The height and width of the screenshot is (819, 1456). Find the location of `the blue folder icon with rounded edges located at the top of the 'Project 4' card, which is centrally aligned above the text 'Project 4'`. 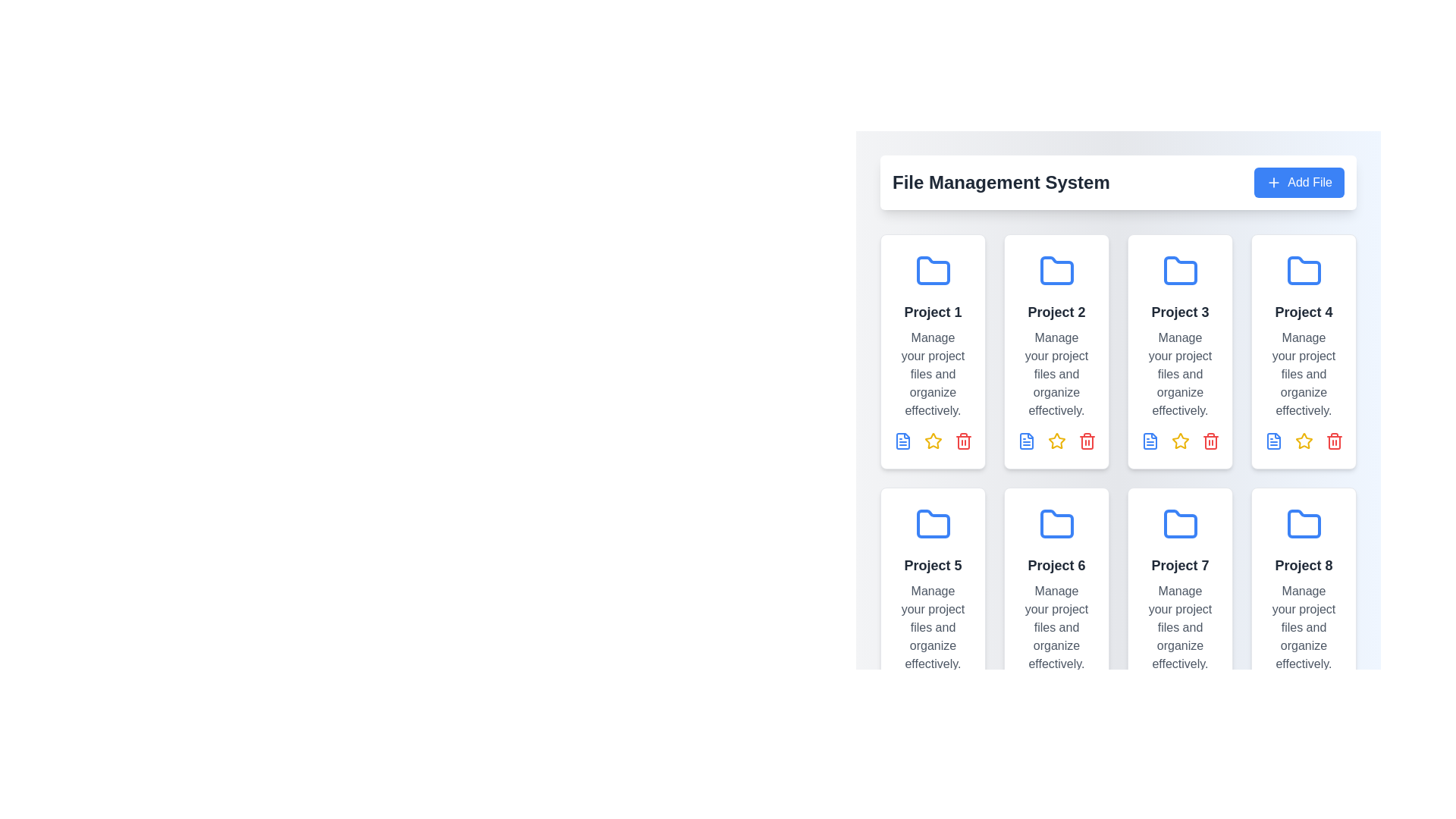

the blue folder icon with rounded edges located at the top of the 'Project 4' card, which is centrally aligned above the text 'Project 4' is located at coordinates (1303, 271).